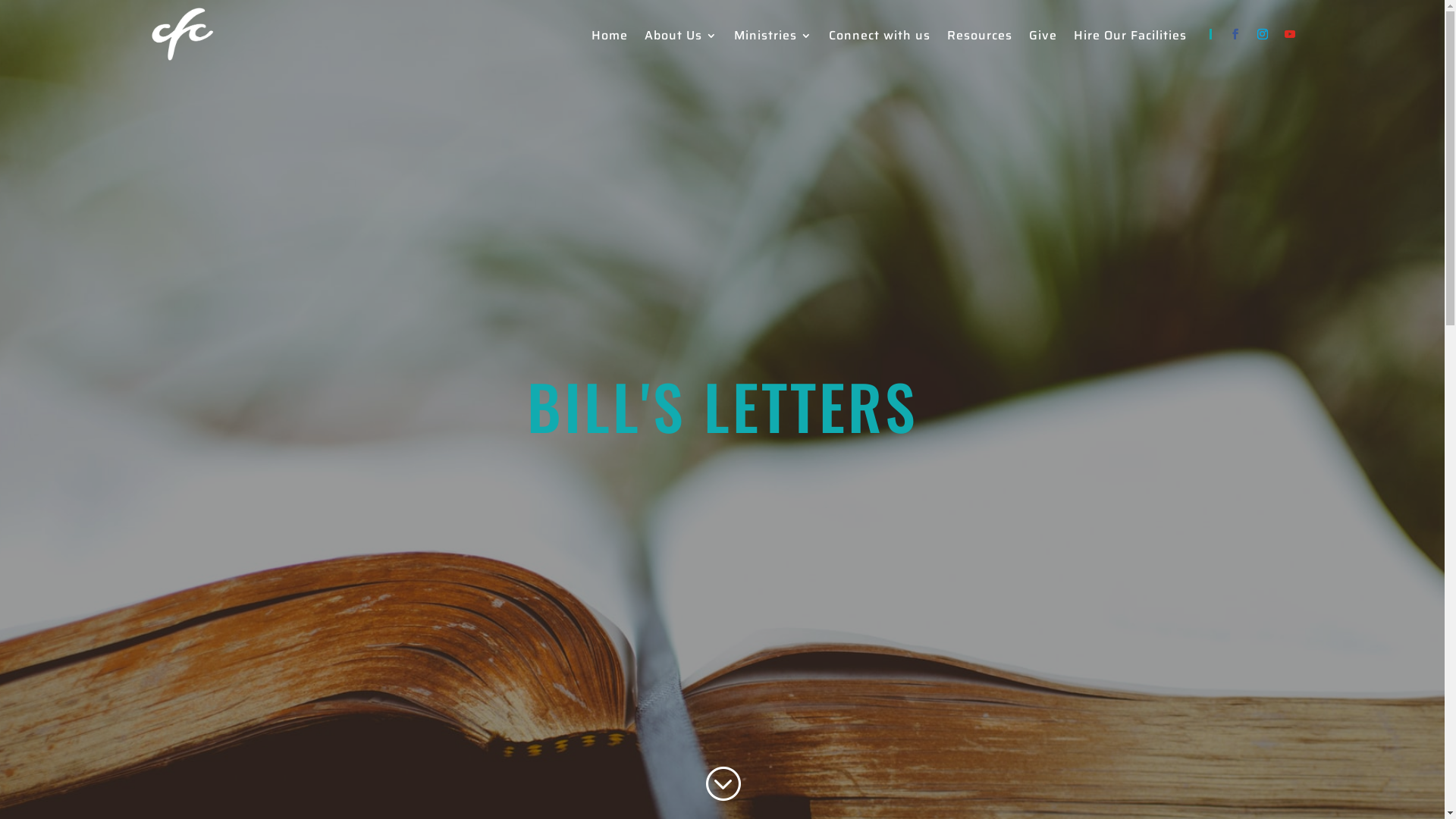  What do you see at coordinates (1130, 37) in the screenshot?
I see `'Hire Our Facilities'` at bounding box center [1130, 37].